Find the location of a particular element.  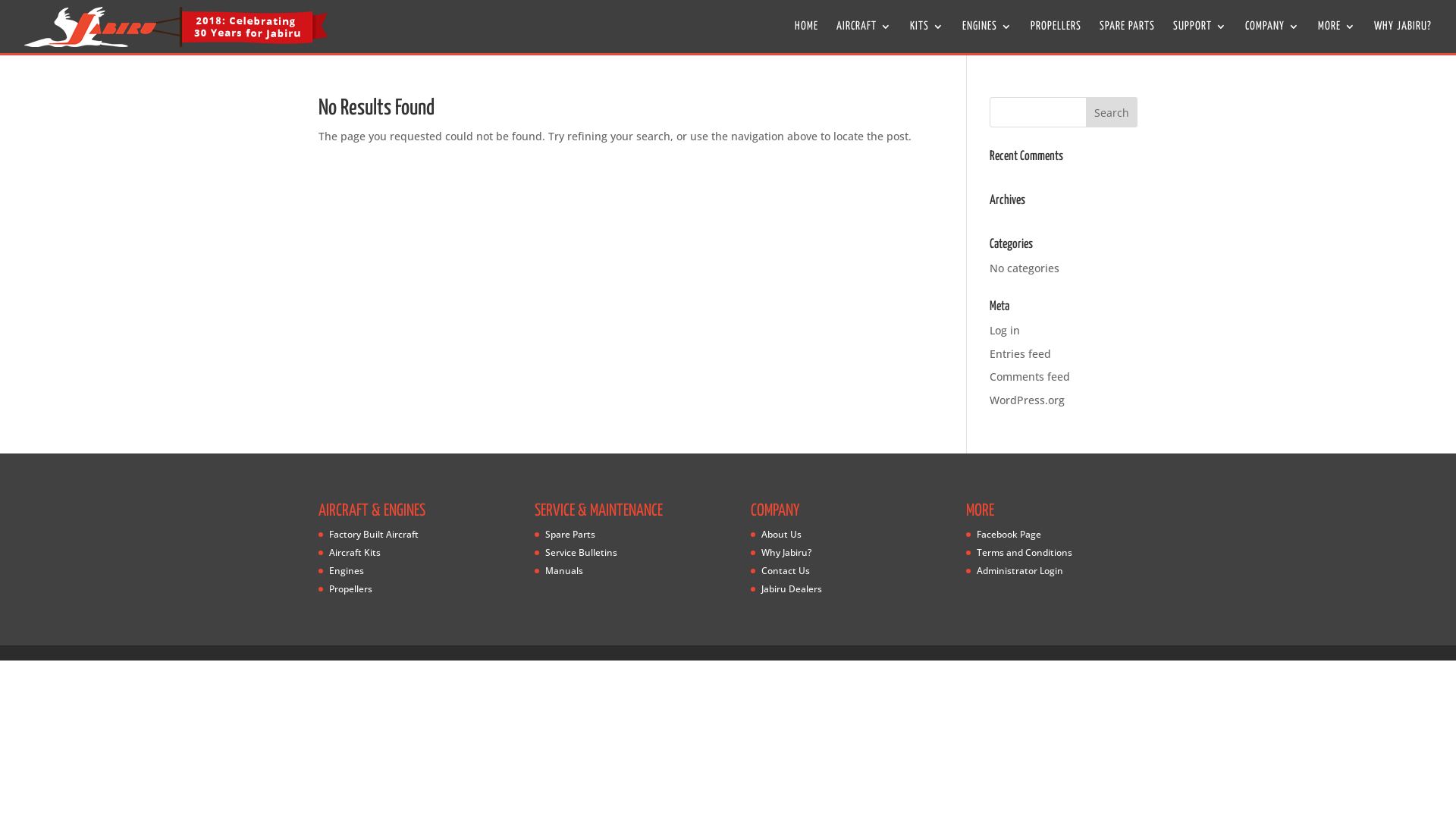

'HOME' is located at coordinates (805, 36).